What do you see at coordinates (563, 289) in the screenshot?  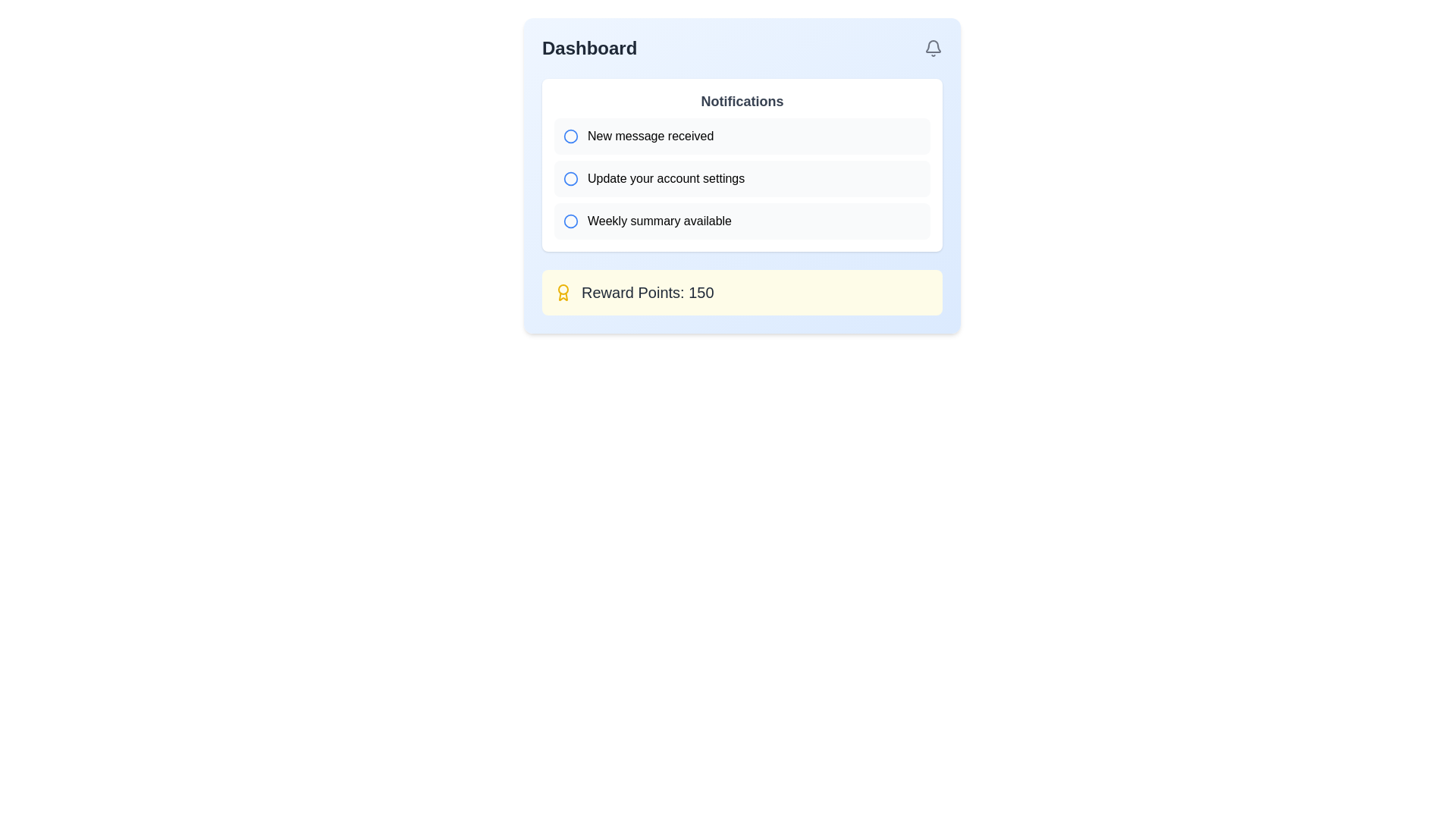 I see `the circular graphical component with a bright yellow border located in the center of the medal-like icon on the dashboard` at bounding box center [563, 289].